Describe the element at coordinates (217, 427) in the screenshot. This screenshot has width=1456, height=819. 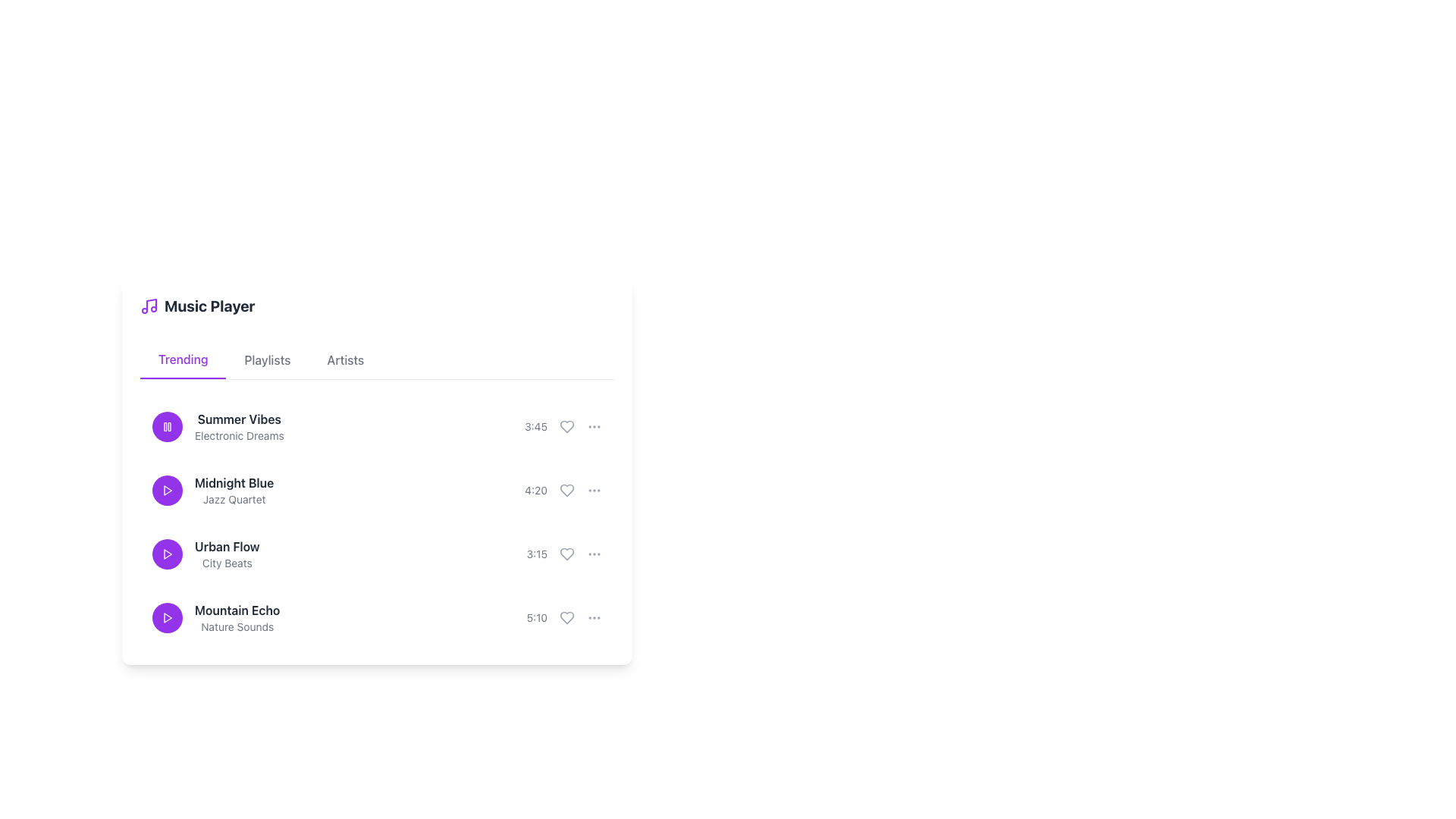
I see `the Text label displaying the title and subtitle of the first entry in the playlist under the 'Trending' tab to interact with related content` at that location.